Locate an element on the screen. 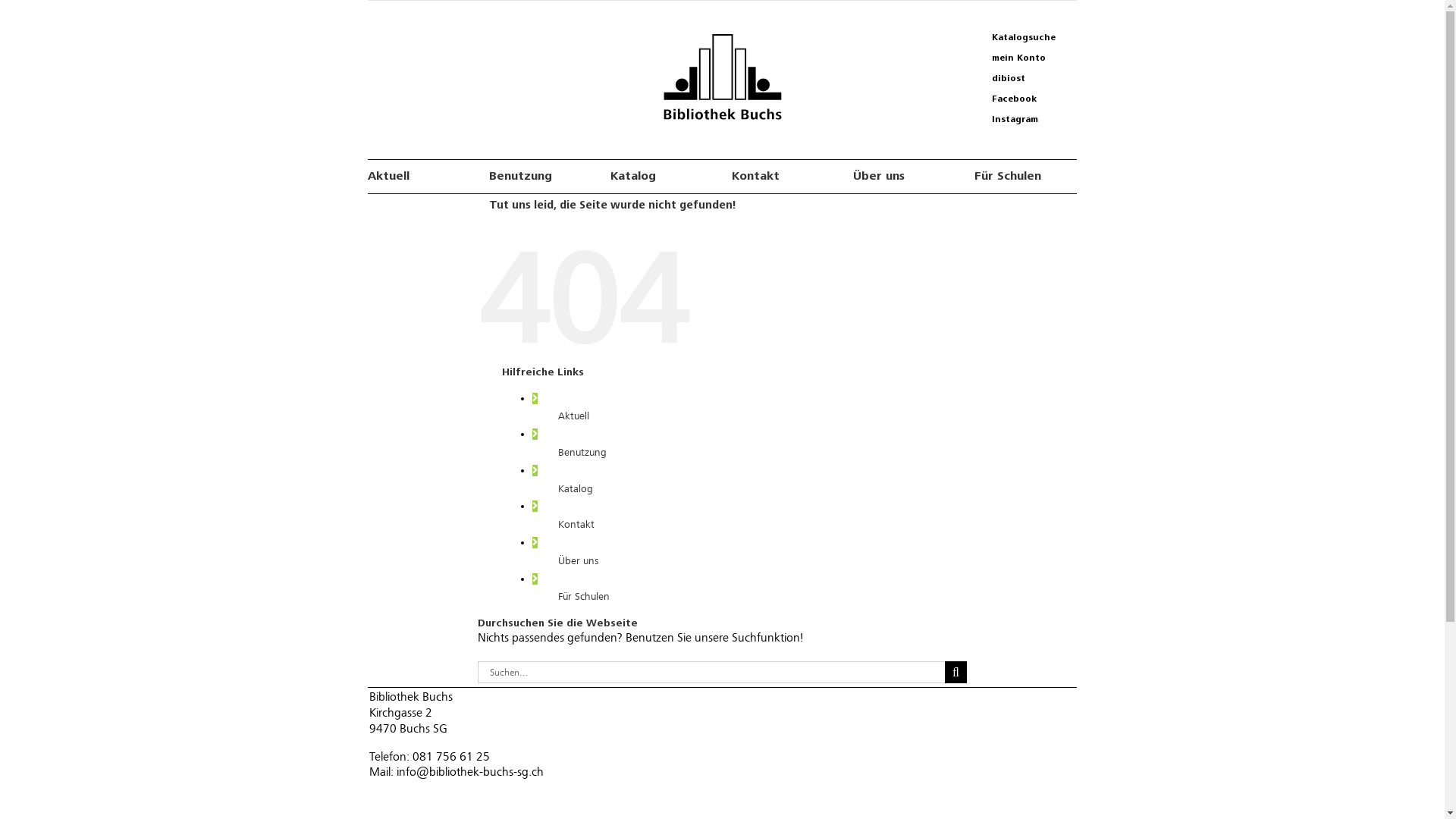  'Katalog' is located at coordinates (661, 175).